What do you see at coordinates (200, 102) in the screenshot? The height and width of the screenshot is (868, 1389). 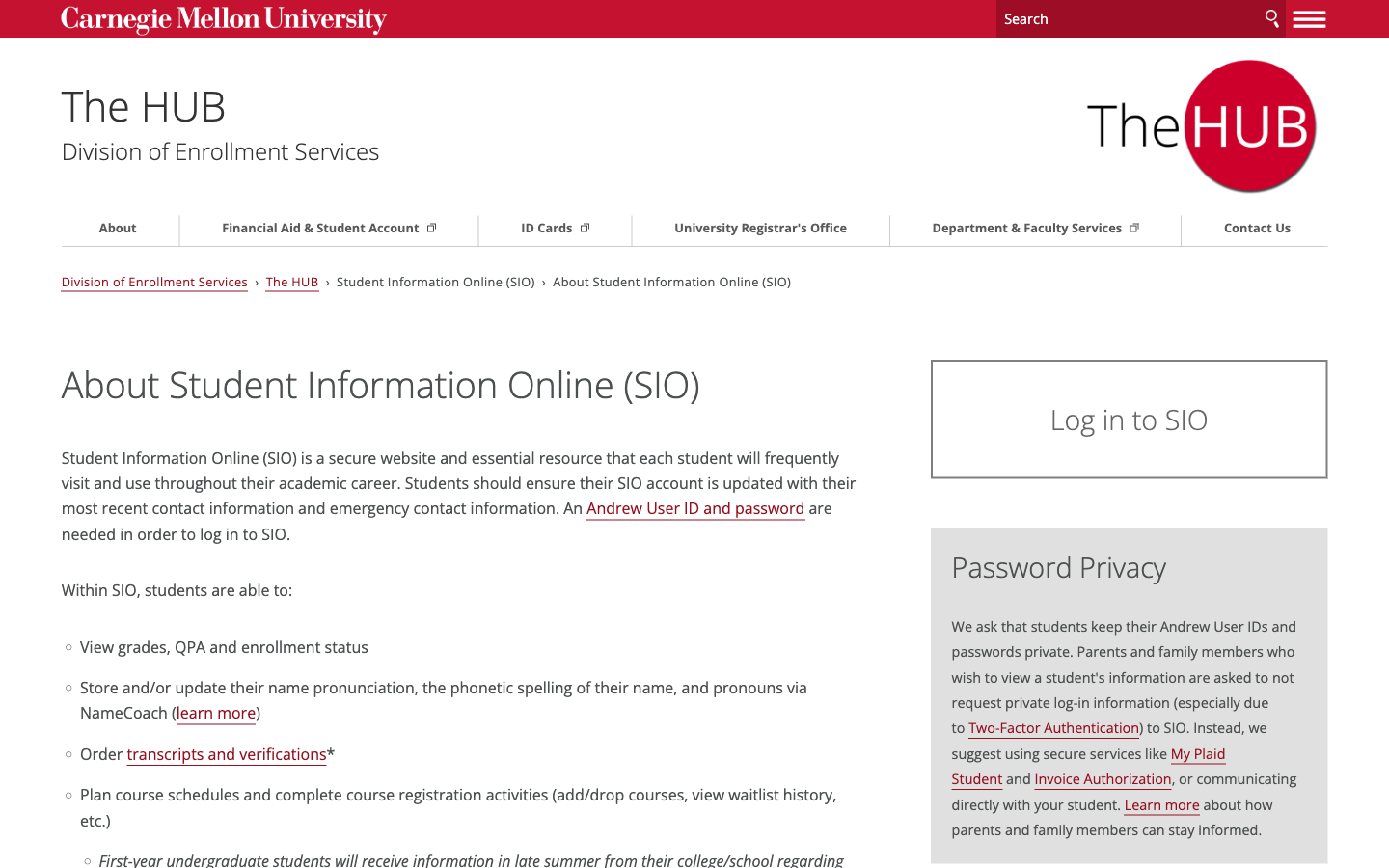 I see `Execute double click on "The Hub` at bounding box center [200, 102].